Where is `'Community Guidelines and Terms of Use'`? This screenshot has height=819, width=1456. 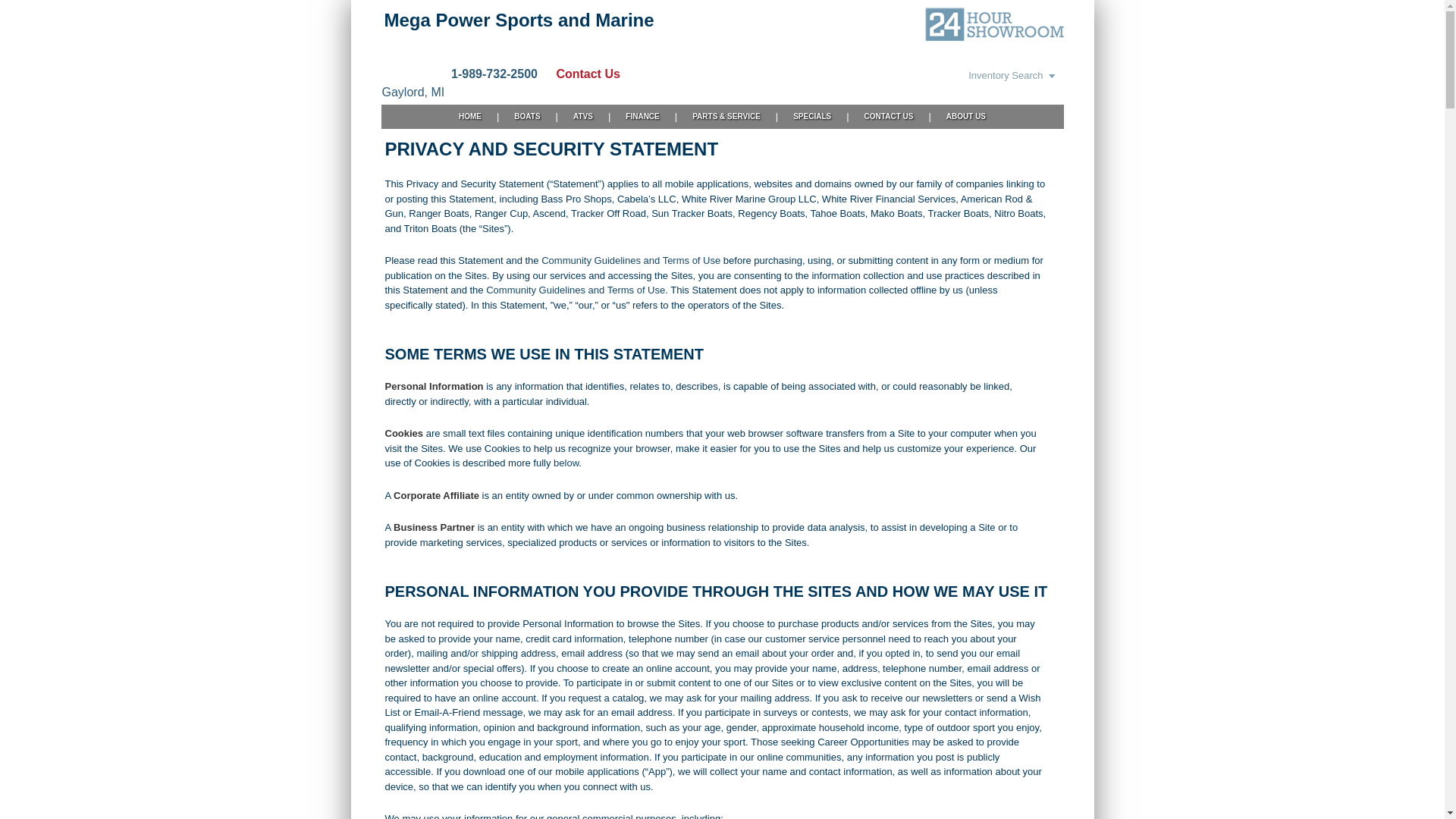 'Community Guidelines and Terms of Use' is located at coordinates (574, 290).